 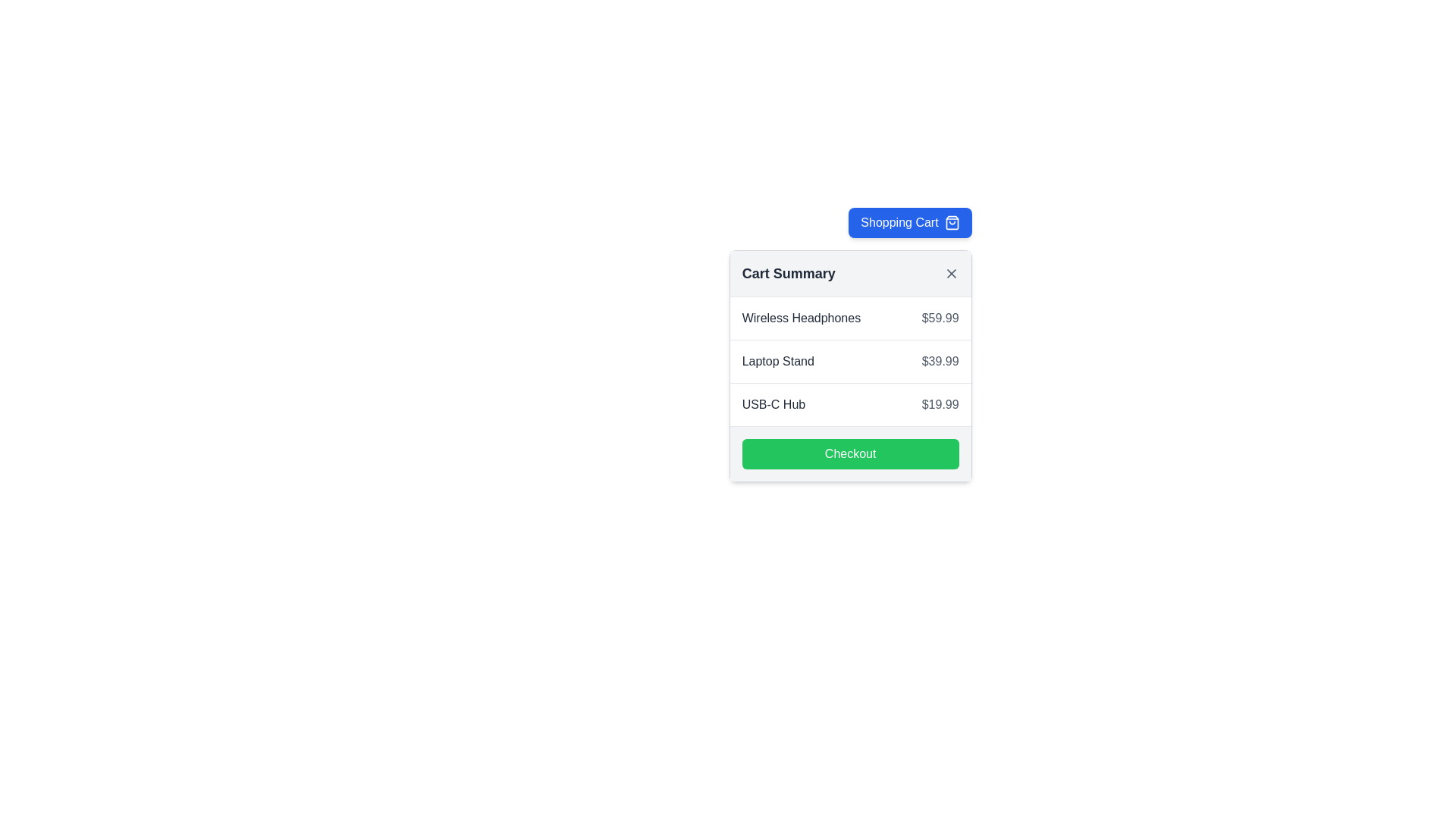 What do you see at coordinates (940, 318) in the screenshot?
I see `the price text element indicating the price of 'Wireless Headphones' in the shopping cart, located in the second column, aligned with the item's title` at bounding box center [940, 318].